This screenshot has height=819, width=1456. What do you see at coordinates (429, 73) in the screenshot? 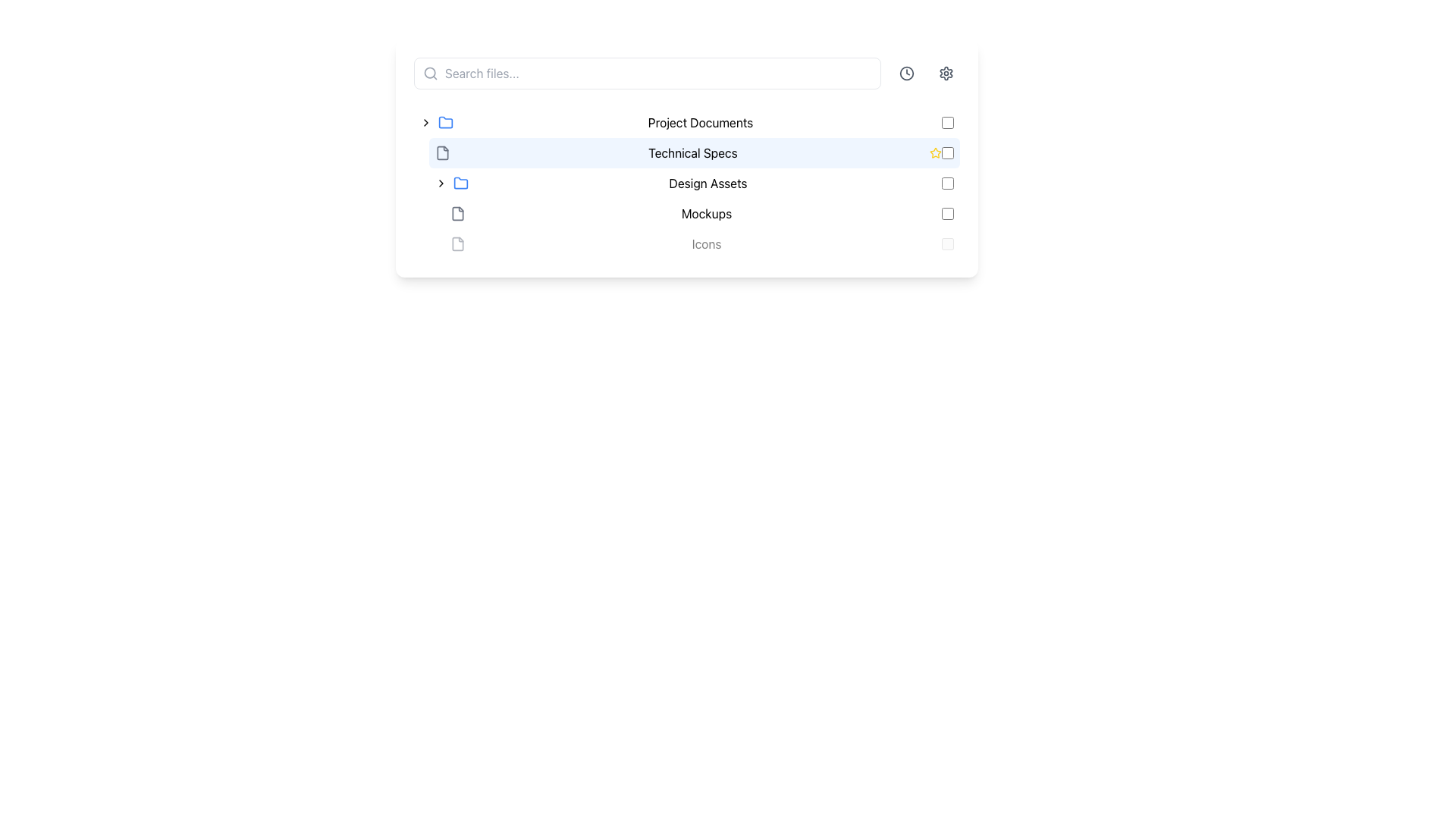
I see `the search input field adjacent to the magnifying glass icon` at bounding box center [429, 73].